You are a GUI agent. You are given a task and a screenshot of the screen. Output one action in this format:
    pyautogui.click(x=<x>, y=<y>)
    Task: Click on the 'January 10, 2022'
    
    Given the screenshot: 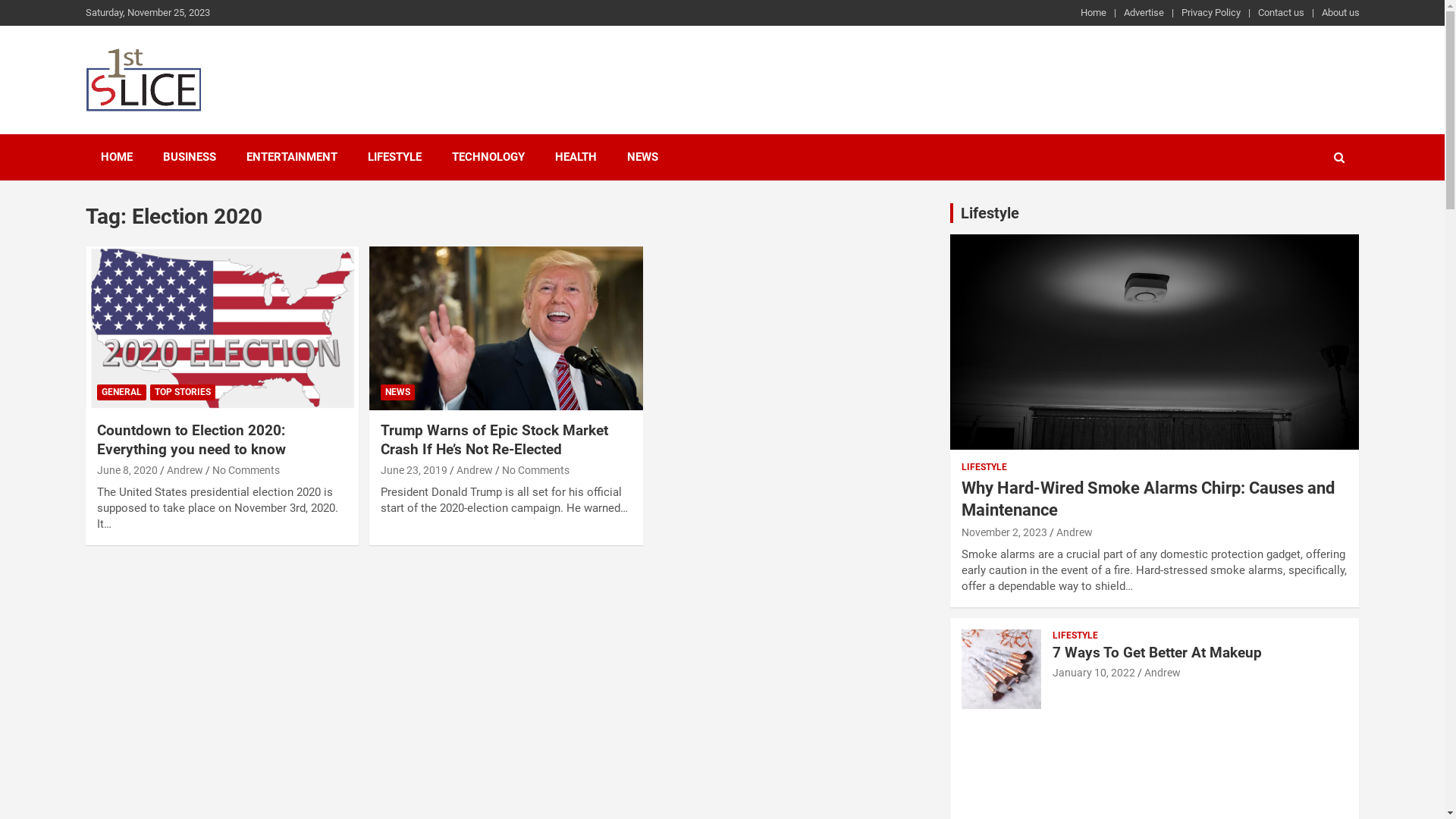 What is the action you would take?
    pyautogui.click(x=1094, y=672)
    